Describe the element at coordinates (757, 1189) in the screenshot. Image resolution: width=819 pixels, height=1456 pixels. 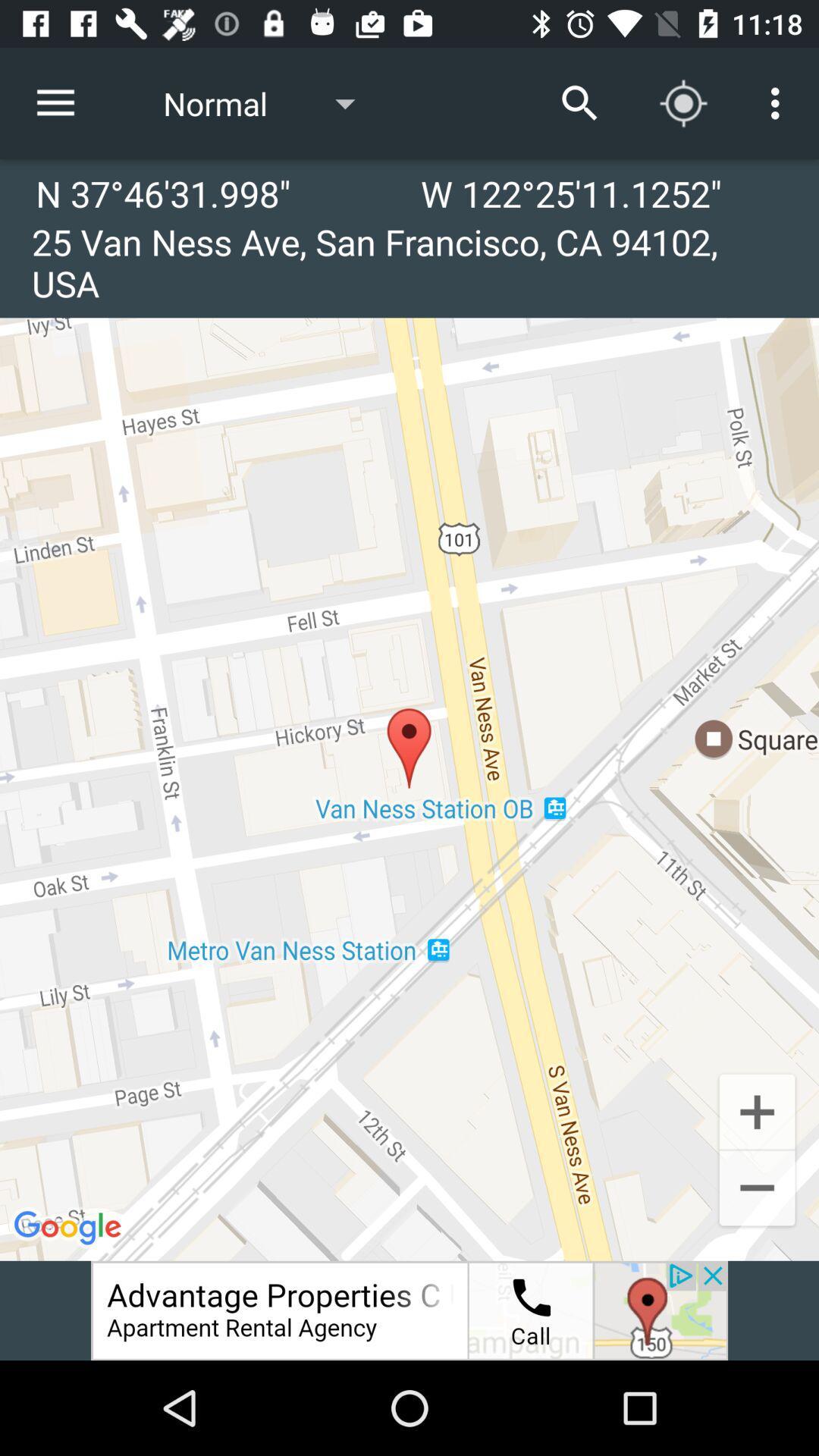
I see `the minus icon` at that location.